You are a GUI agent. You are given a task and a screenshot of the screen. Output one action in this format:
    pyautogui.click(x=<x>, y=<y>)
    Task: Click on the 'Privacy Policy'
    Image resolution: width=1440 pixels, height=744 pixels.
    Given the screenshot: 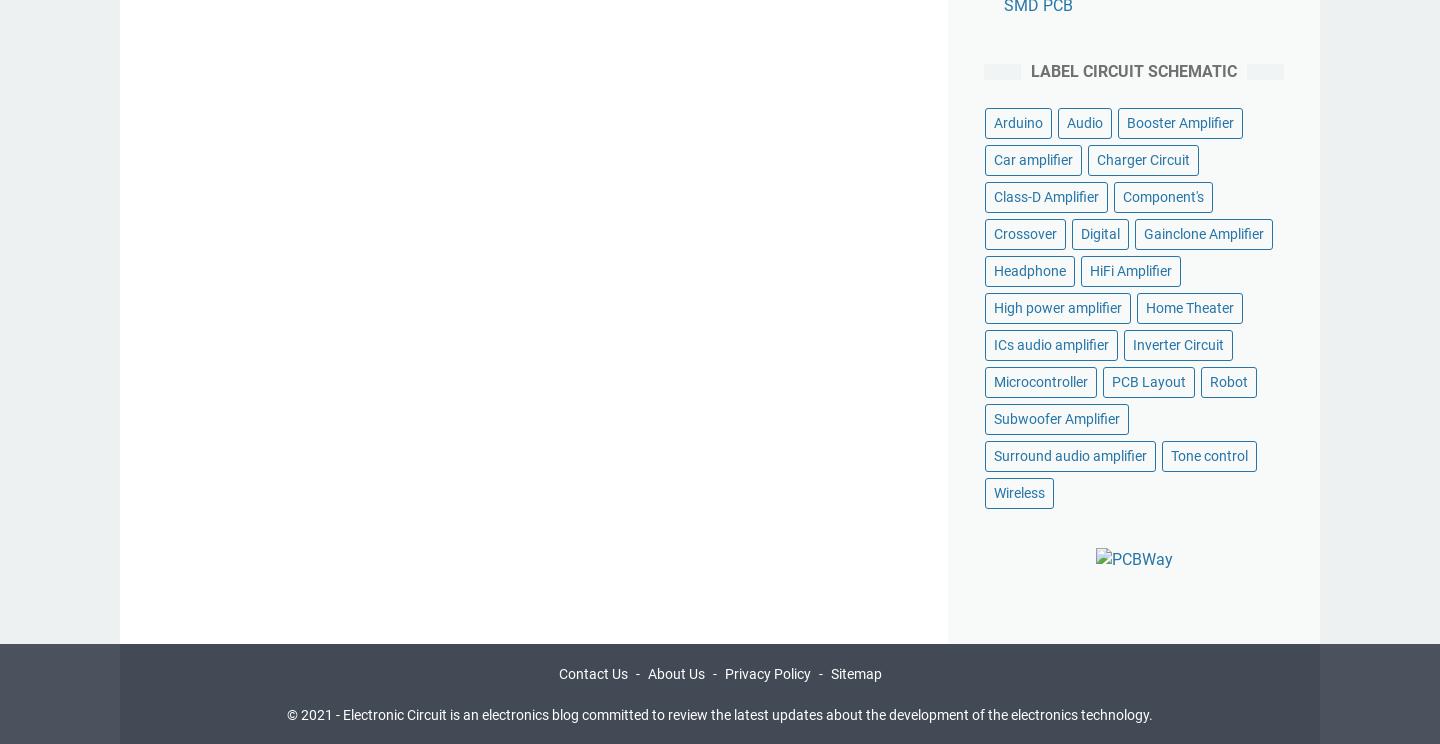 What is the action you would take?
    pyautogui.click(x=723, y=672)
    